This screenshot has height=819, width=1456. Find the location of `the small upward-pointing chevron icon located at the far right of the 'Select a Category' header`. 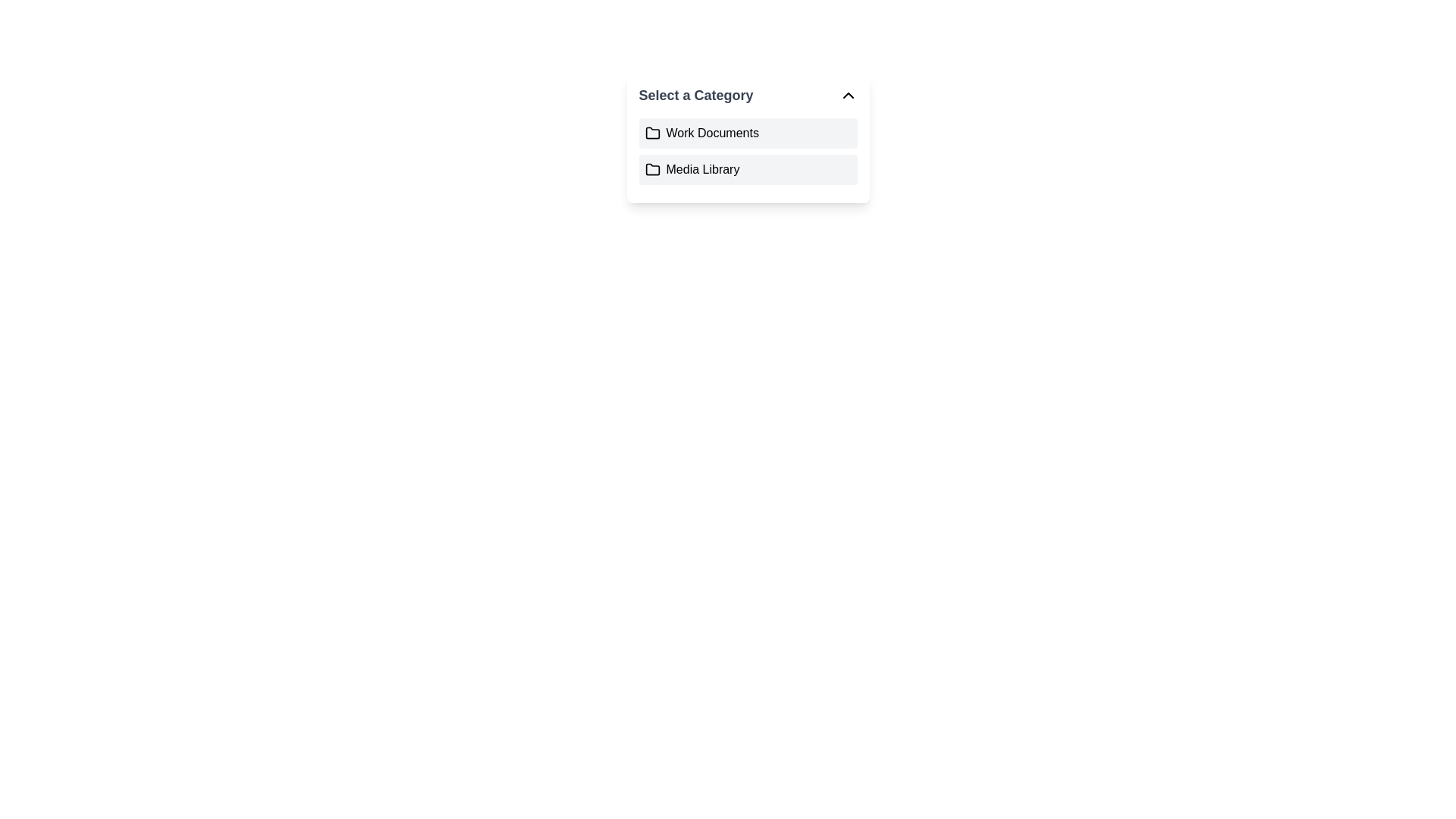

the small upward-pointing chevron icon located at the far right of the 'Select a Category' header is located at coordinates (847, 96).